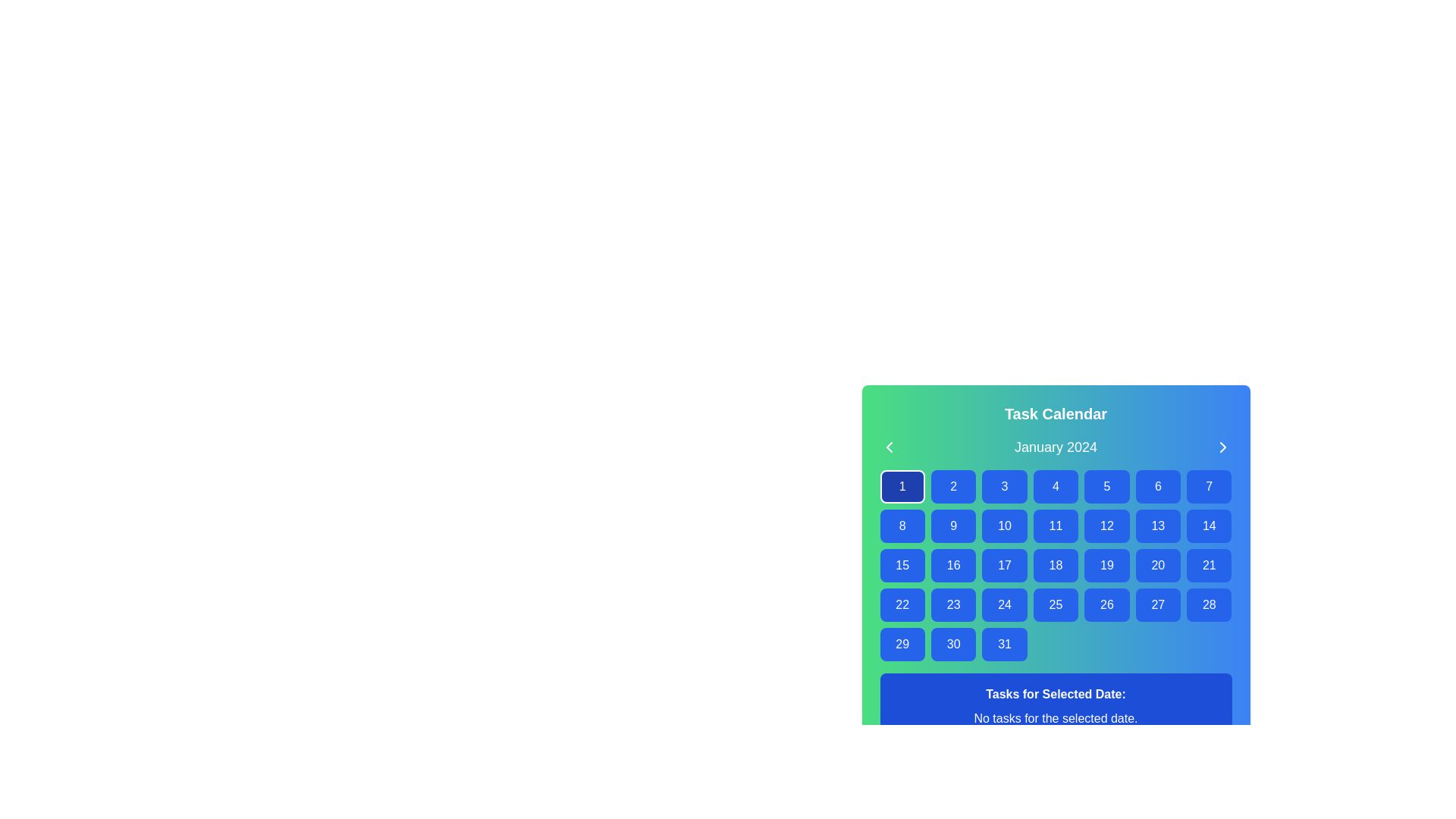  What do you see at coordinates (902, 526) in the screenshot?
I see `the blue button with the number '8' in the second row, first column of the January 2024 calendar grid` at bounding box center [902, 526].